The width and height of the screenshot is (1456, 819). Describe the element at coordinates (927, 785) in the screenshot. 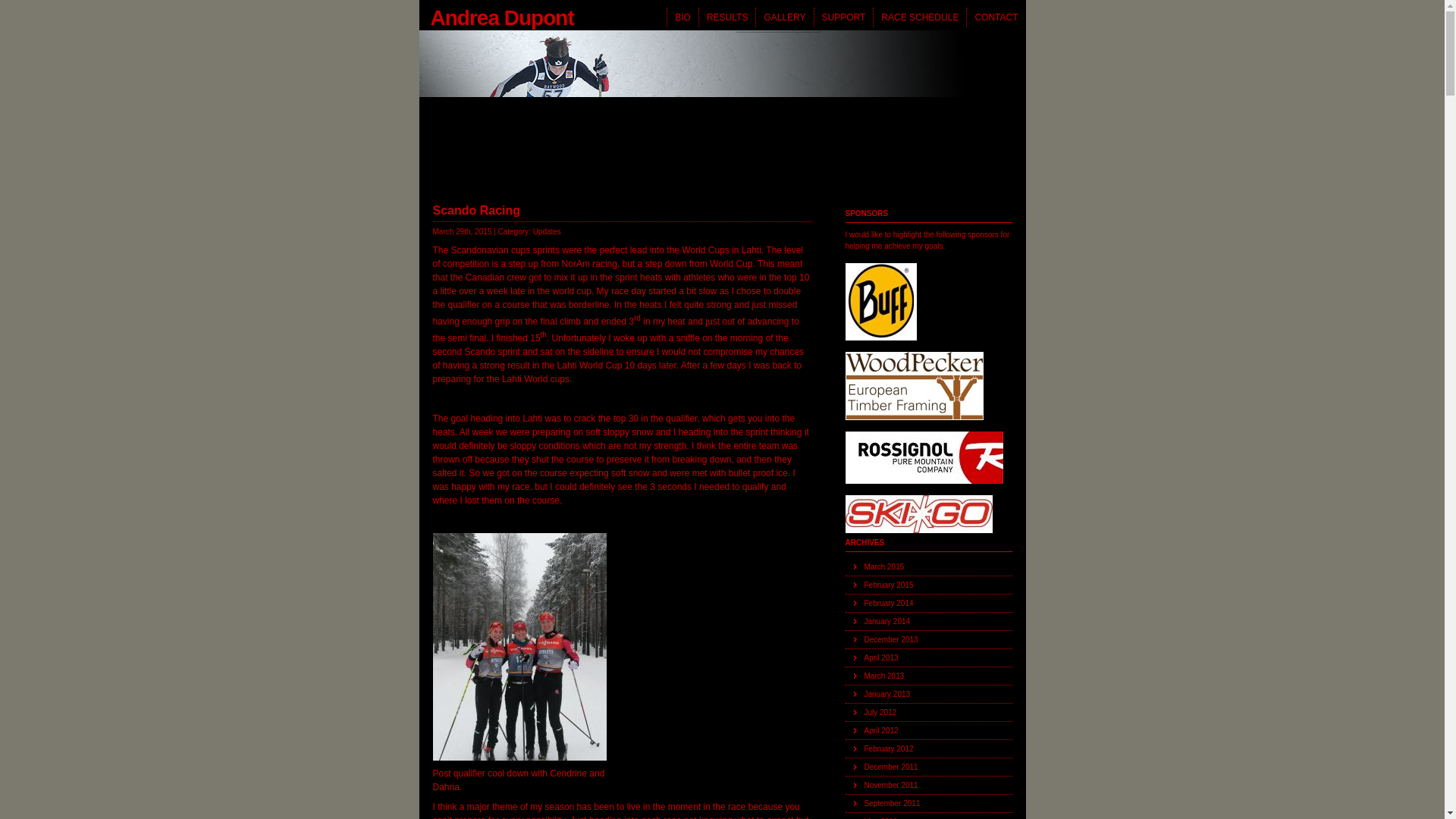

I see `'November 2011'` at that location.